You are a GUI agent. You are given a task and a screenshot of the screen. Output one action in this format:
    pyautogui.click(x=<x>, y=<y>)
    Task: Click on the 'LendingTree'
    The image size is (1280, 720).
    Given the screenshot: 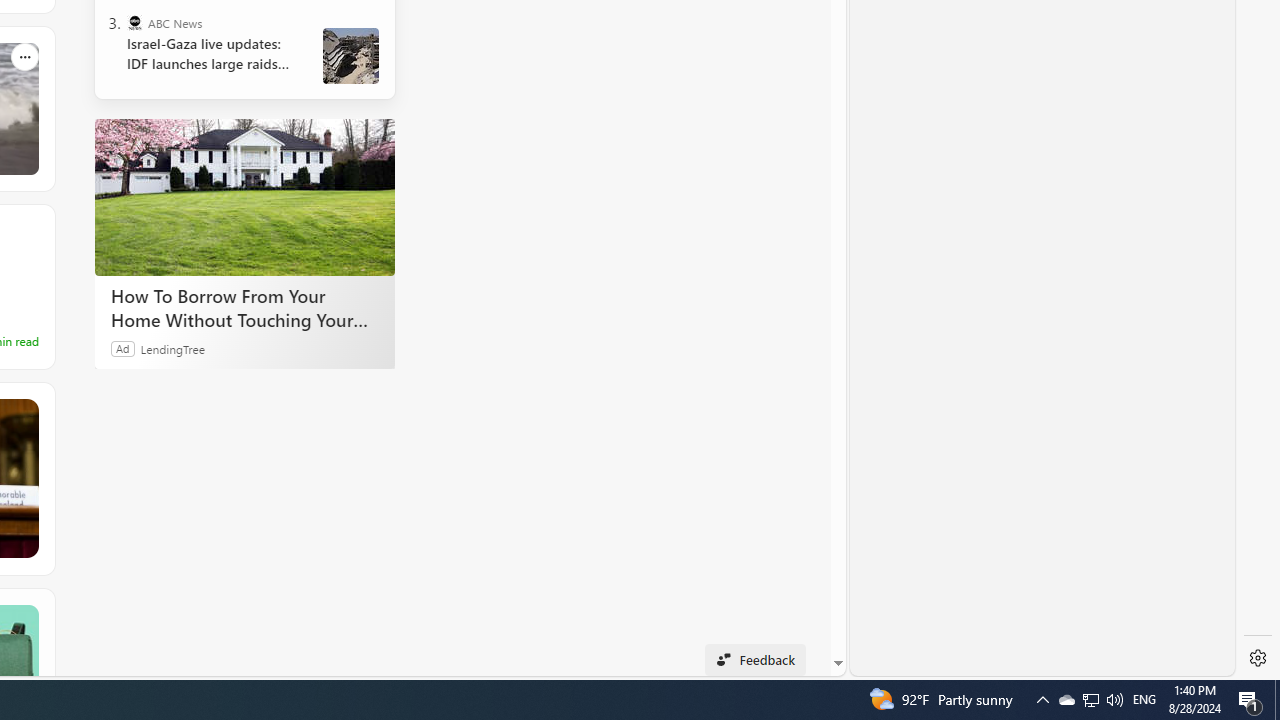 What is the action you would take?
    pyautogui.click(x=172, y=347)
    